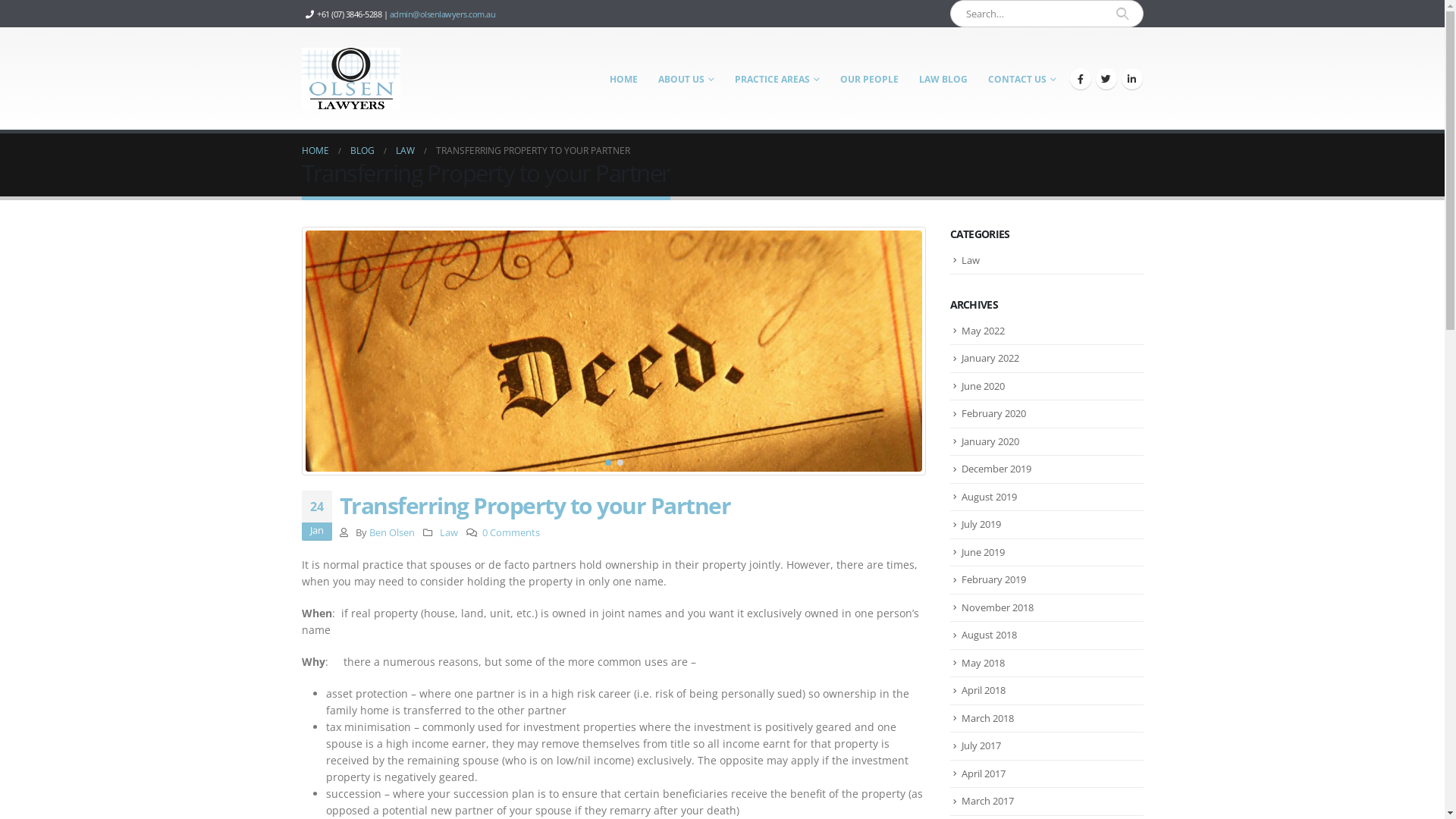 Image resolution: width=1456 pixels, height=819 pixels. What do you see at coordinates (983, 662) in the screenshot?
I see `'May 2018'` at bounding box center [983, 662].